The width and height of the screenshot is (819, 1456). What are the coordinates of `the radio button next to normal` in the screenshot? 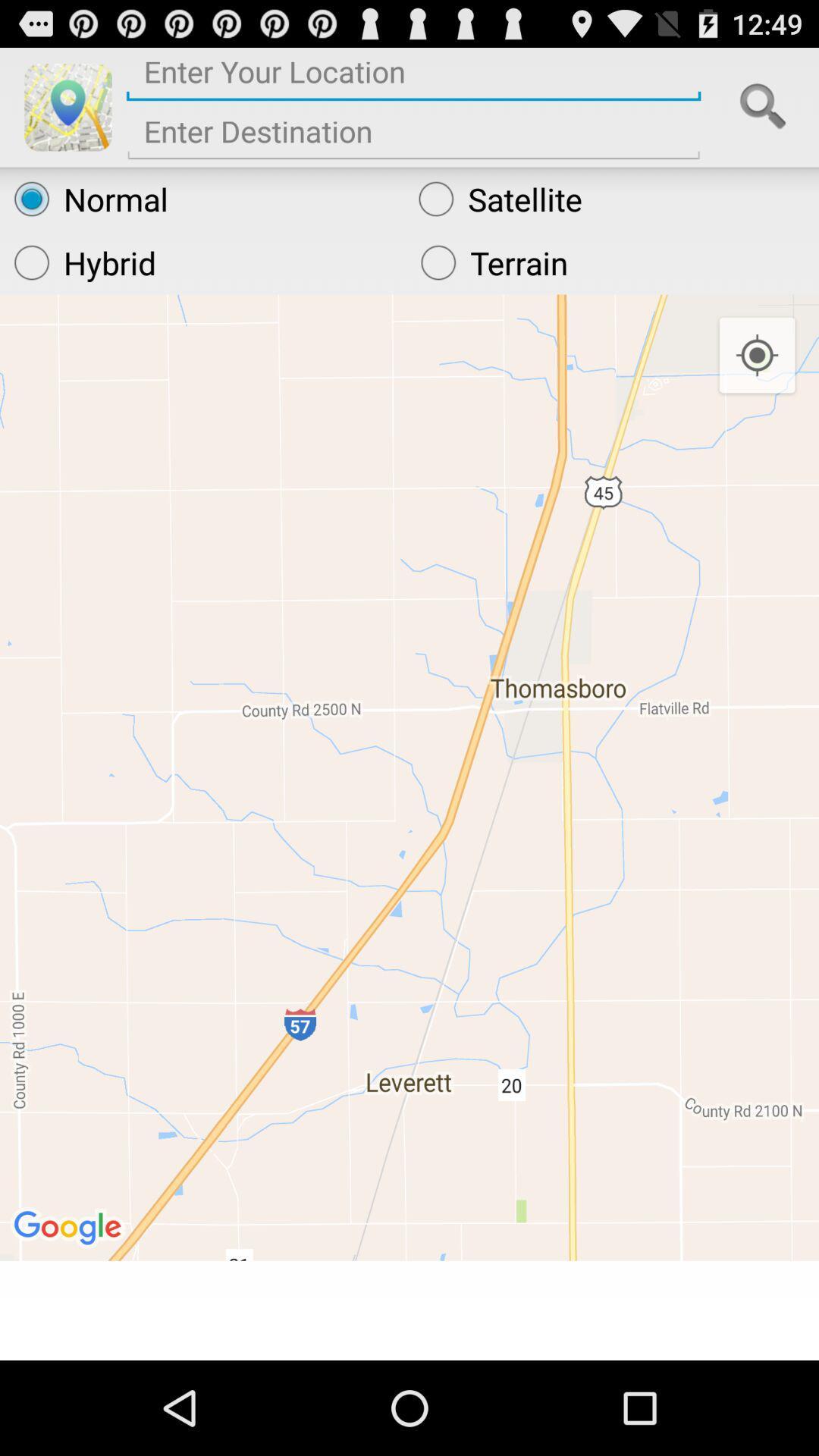 It's located at (610, 198).